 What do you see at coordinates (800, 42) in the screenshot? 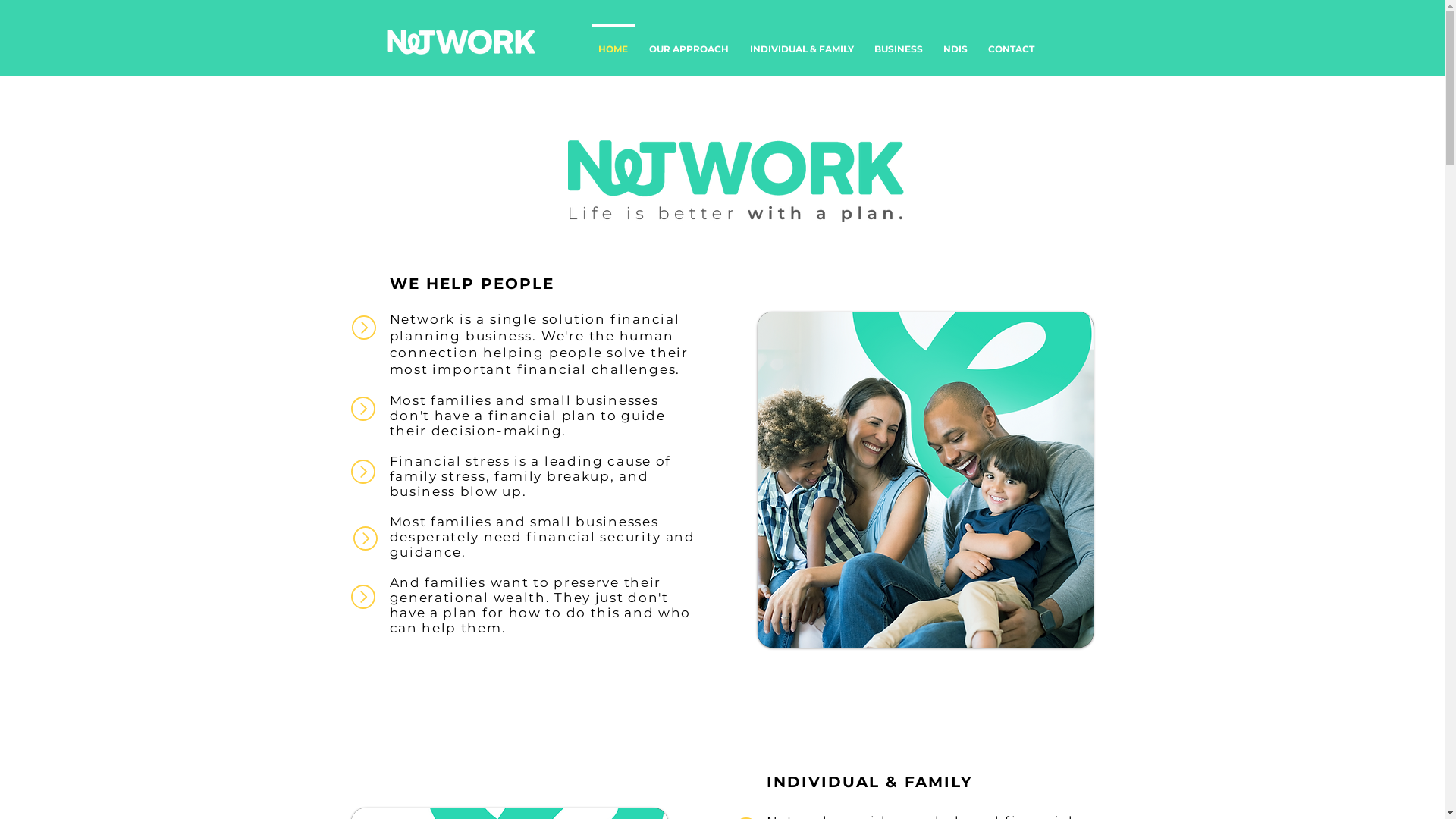
I see `'INDIVIDUAL & FAMILY'` at bounding box center [800, 42].